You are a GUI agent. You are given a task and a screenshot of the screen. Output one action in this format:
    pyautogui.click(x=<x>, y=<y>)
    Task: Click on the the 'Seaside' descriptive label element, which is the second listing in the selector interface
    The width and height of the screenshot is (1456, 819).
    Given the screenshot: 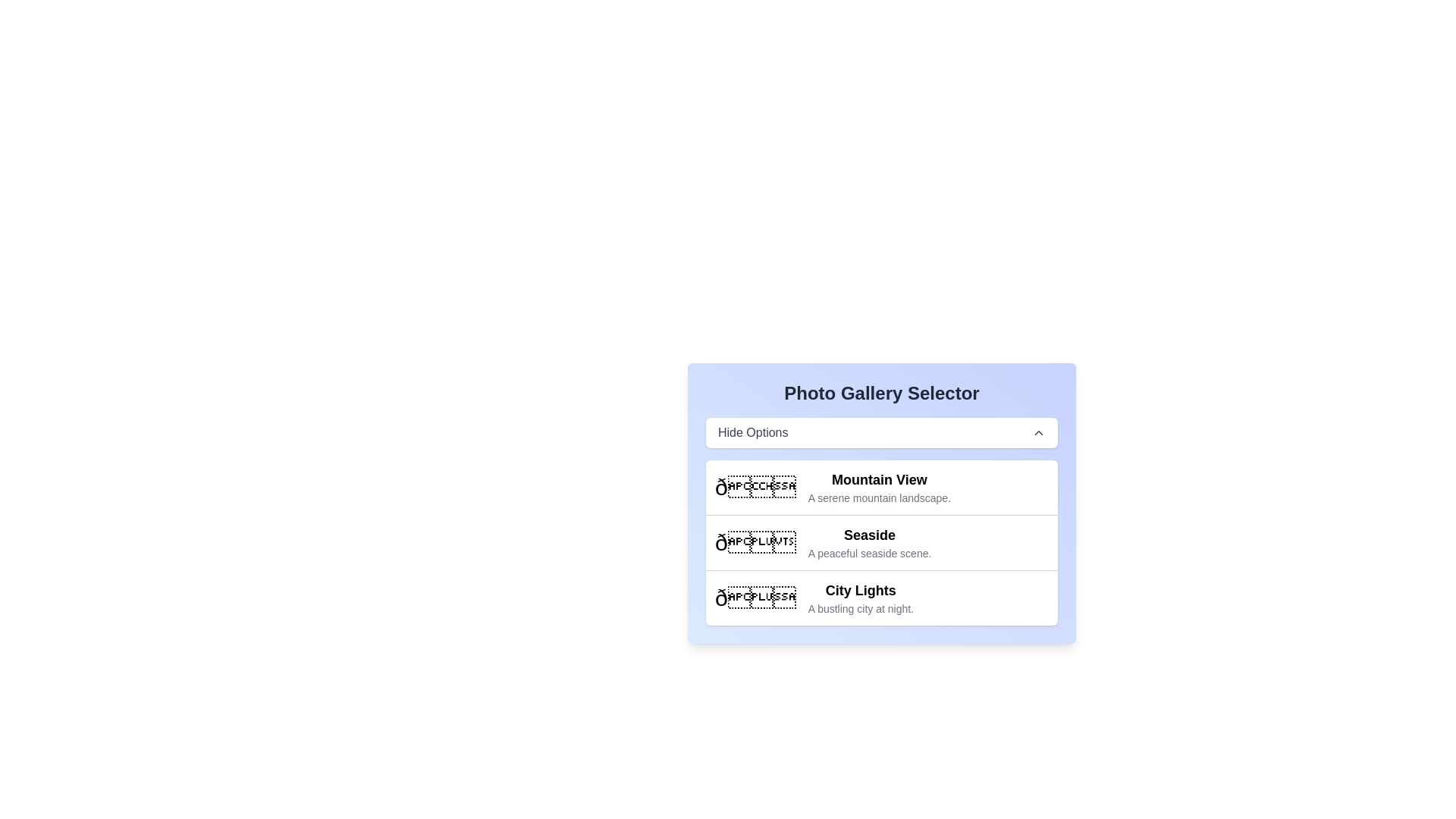 What is the action you would take?
    pyautogui.click(x=870, y=542)
    